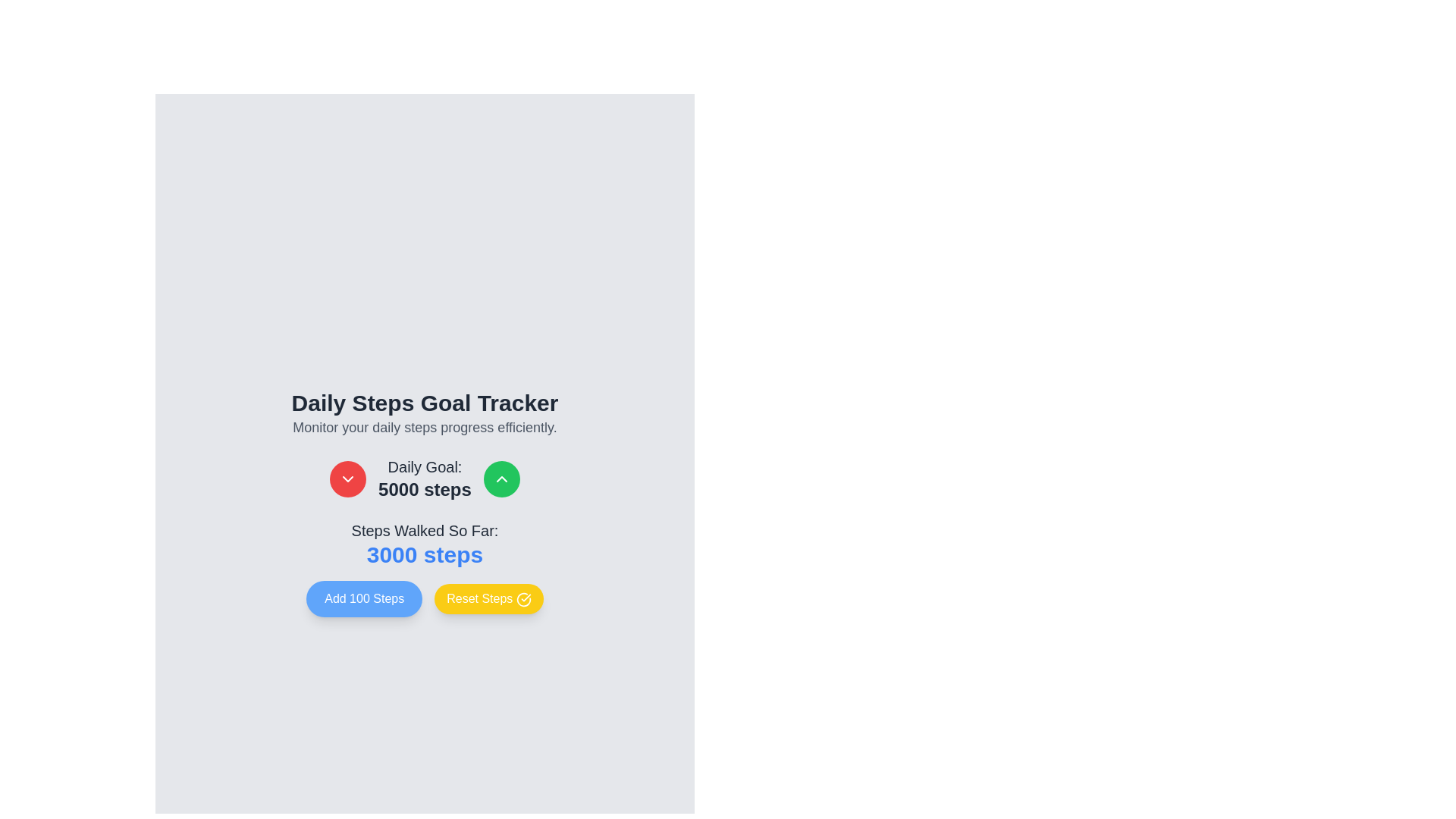 The image size is (1456, 819). I want to click on the upward chevron arrow icon within the green button, so click(501, 479).